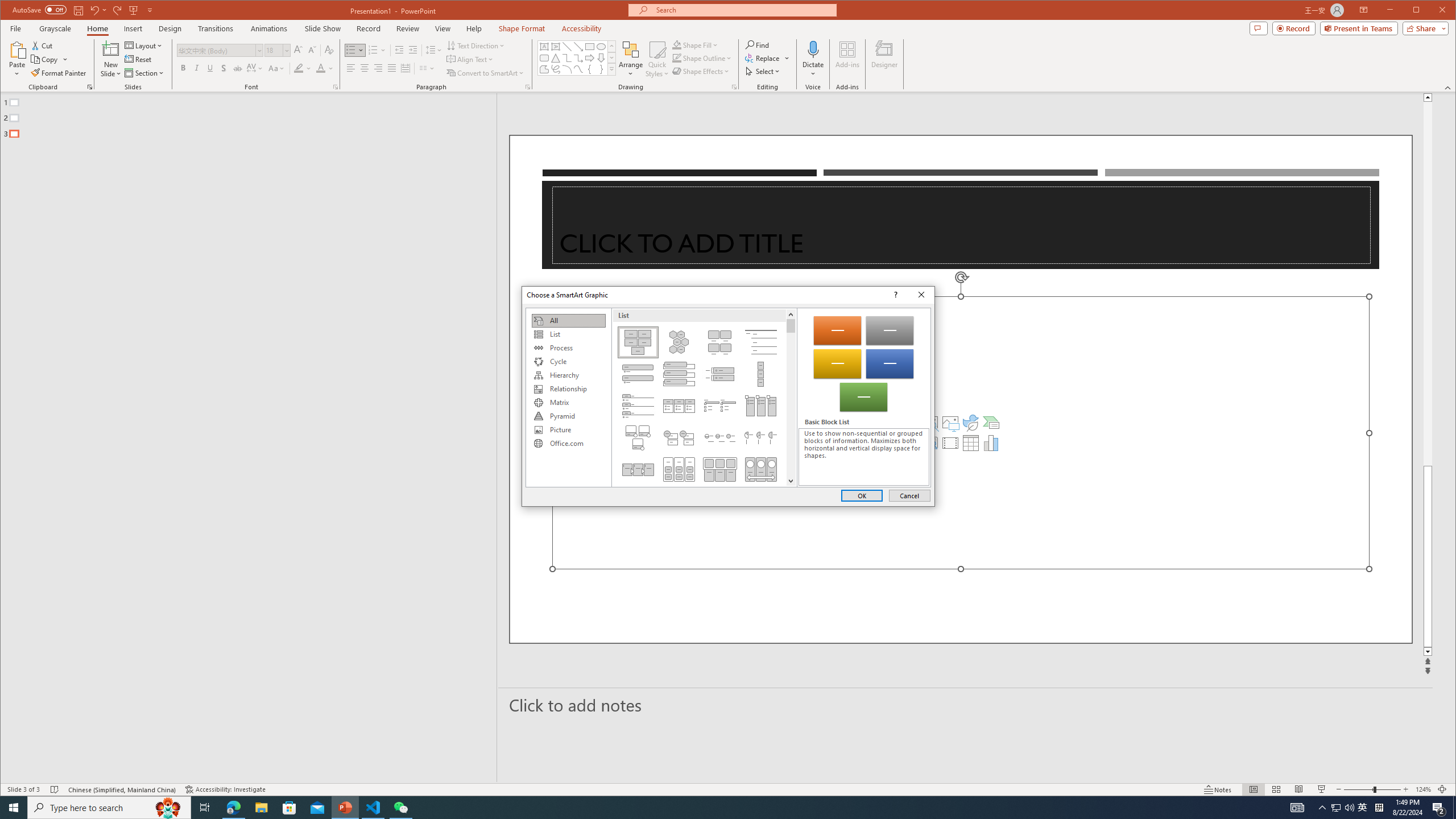 The image size is (1456, 819). What do you see at coordinates (412, 49) in the screenshot?
I see `'Increase Indent'` at bounding box center [412, 49].